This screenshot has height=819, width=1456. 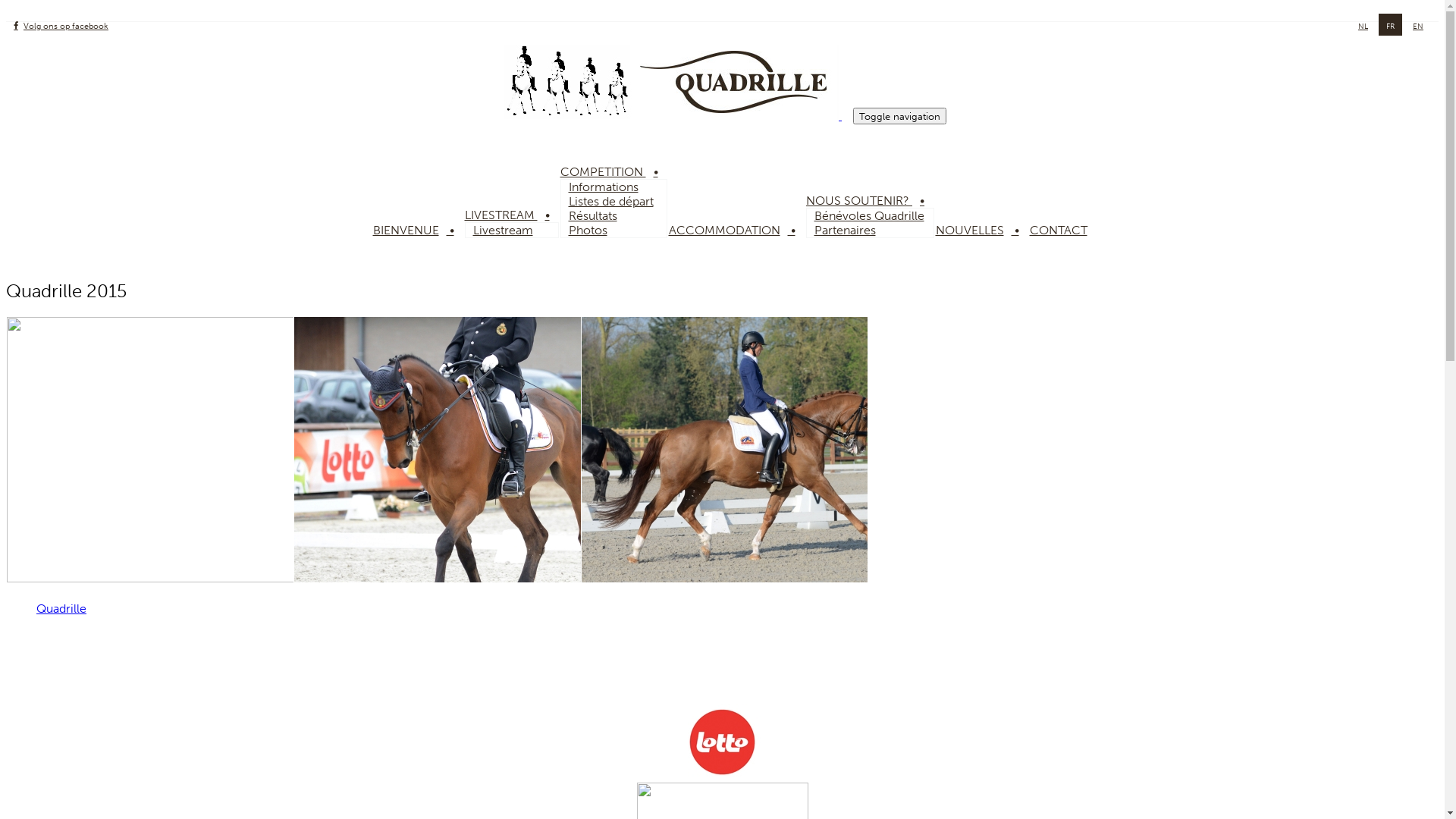 What do you see at coordinates (61, 26) in the screenshot?
I see `'Volg ons op facebook'` at bounding box center [61, 26].